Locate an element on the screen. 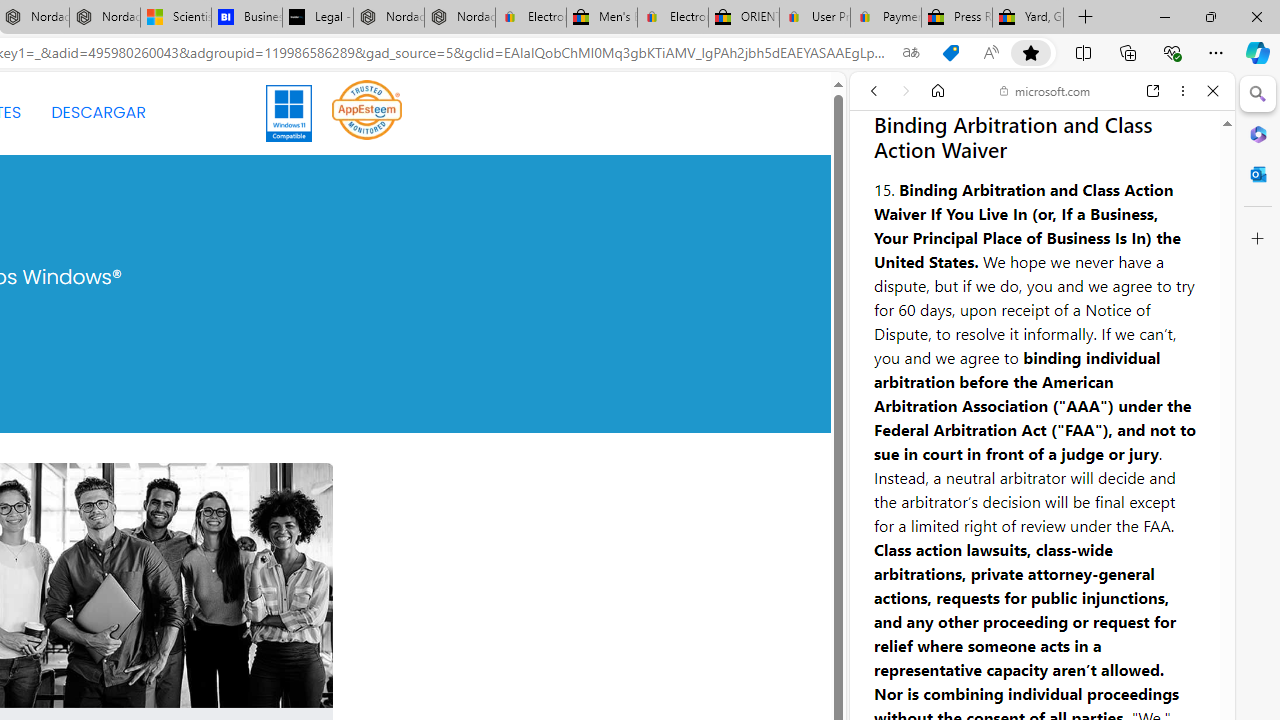 The image size is (1280, 720). 'microsoft.com' is located at coordinates (1044, 91).